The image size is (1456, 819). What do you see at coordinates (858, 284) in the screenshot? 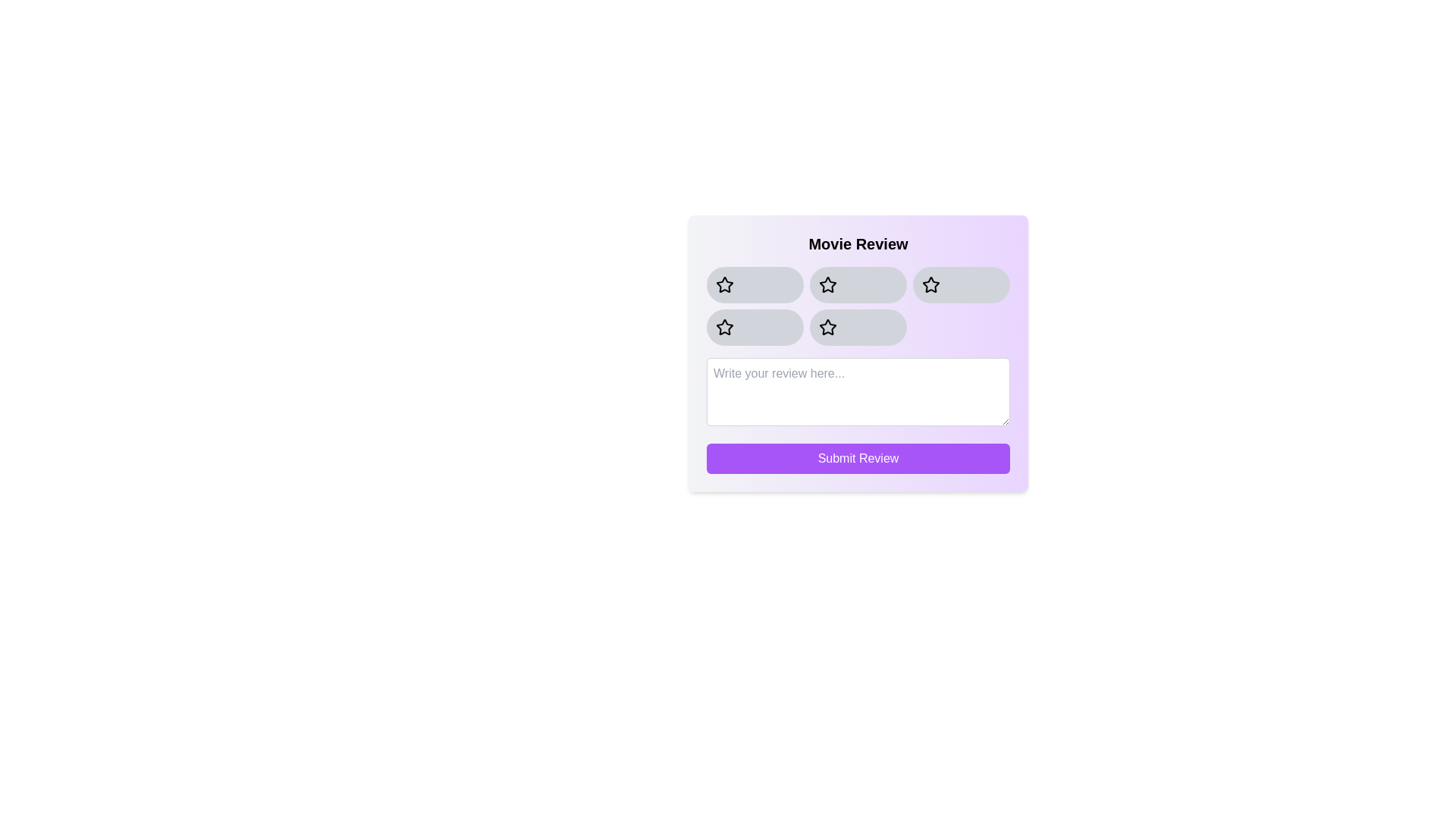
I see `the star button corresponding to the rating 2` at bounding box center [858, 284].